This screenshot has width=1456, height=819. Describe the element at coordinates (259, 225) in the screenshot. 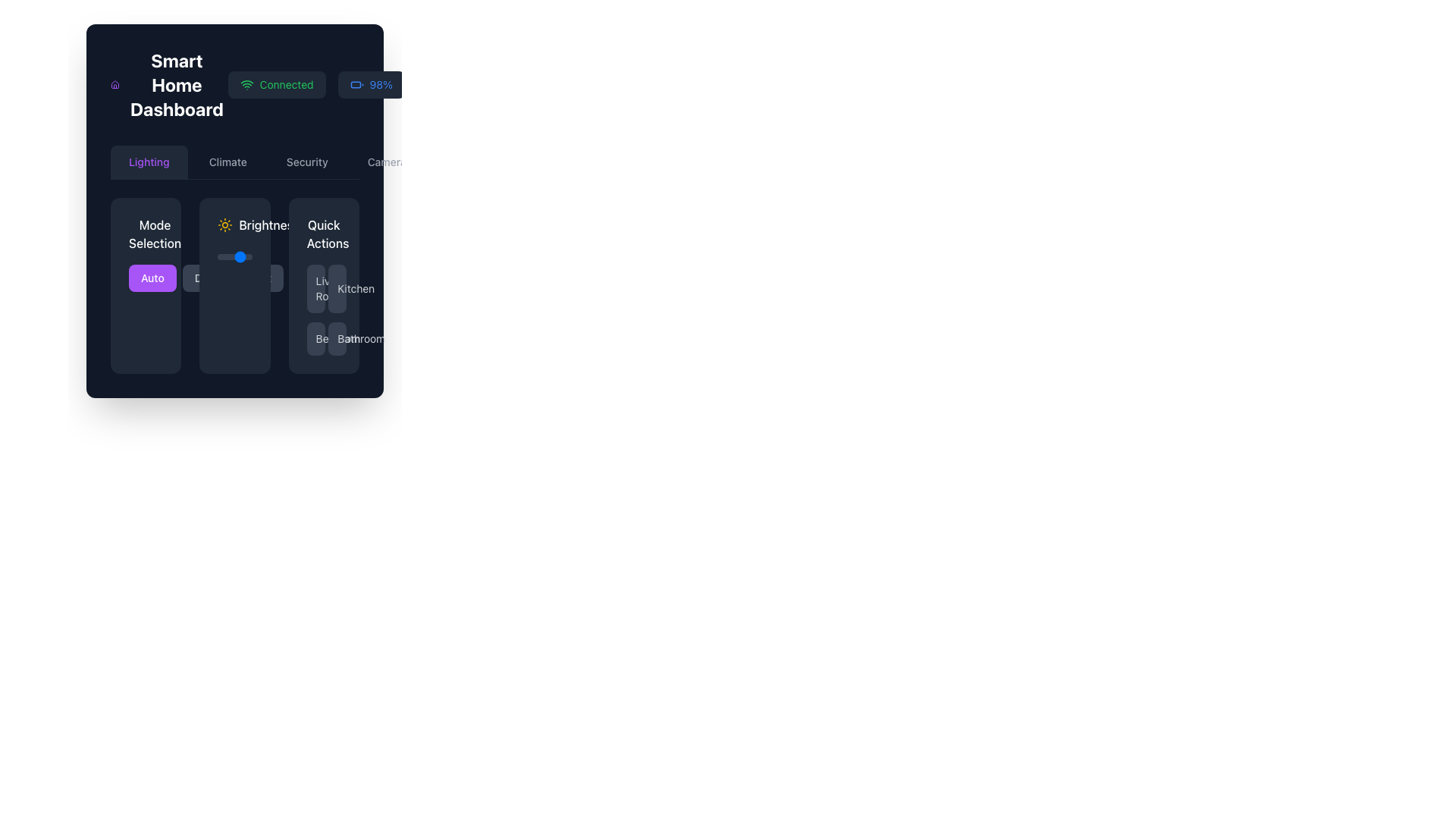

I see `the 'Brightness' label with the sun icon` at that location.